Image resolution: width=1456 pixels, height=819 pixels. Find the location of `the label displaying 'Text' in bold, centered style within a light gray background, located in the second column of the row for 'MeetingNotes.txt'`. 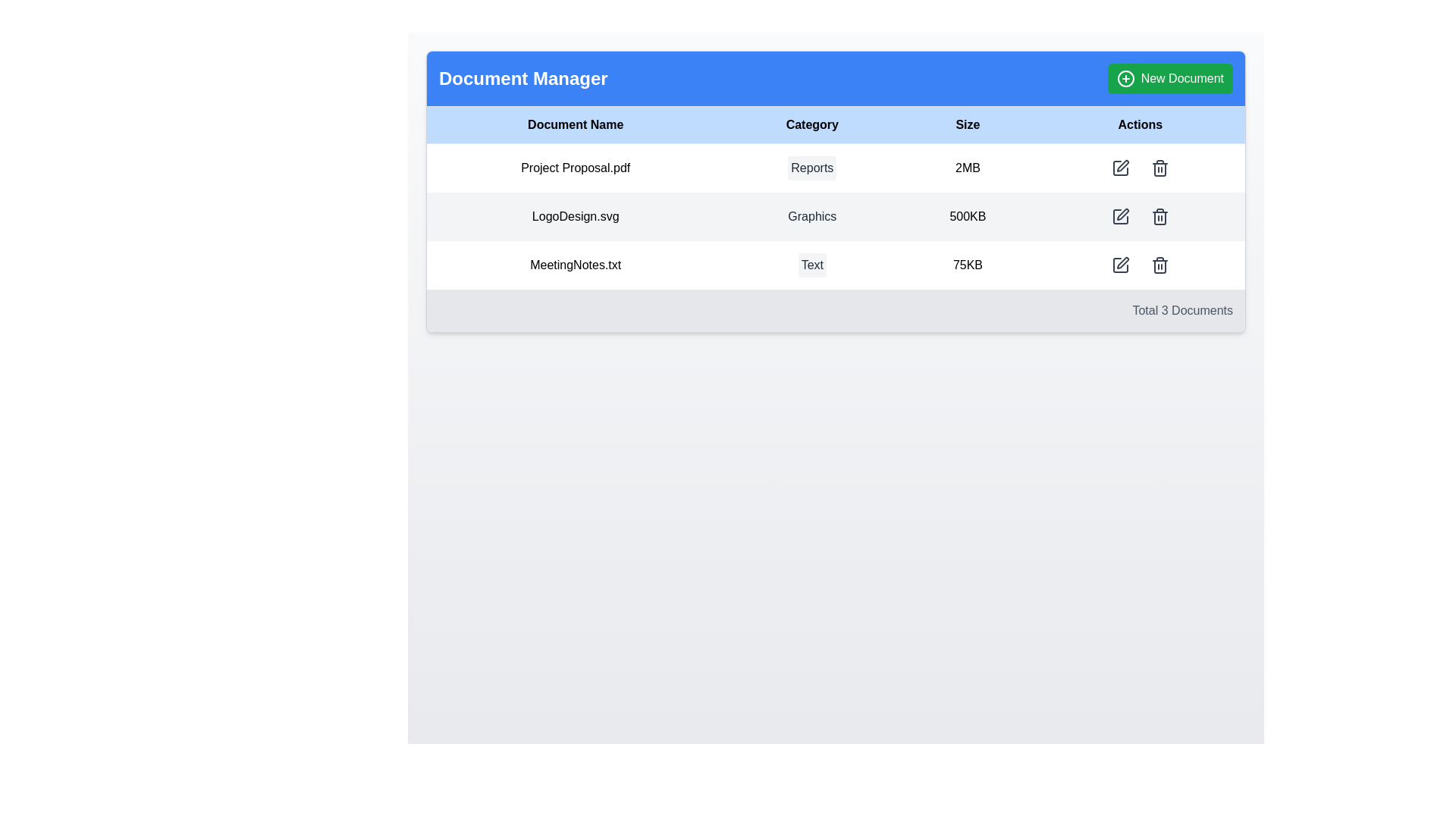

the label displaying 'Text' in bold, centered style within a light gray background, located in the second column of the row for 'MeetingNotes.txt' is located at coordinates (811, 265).